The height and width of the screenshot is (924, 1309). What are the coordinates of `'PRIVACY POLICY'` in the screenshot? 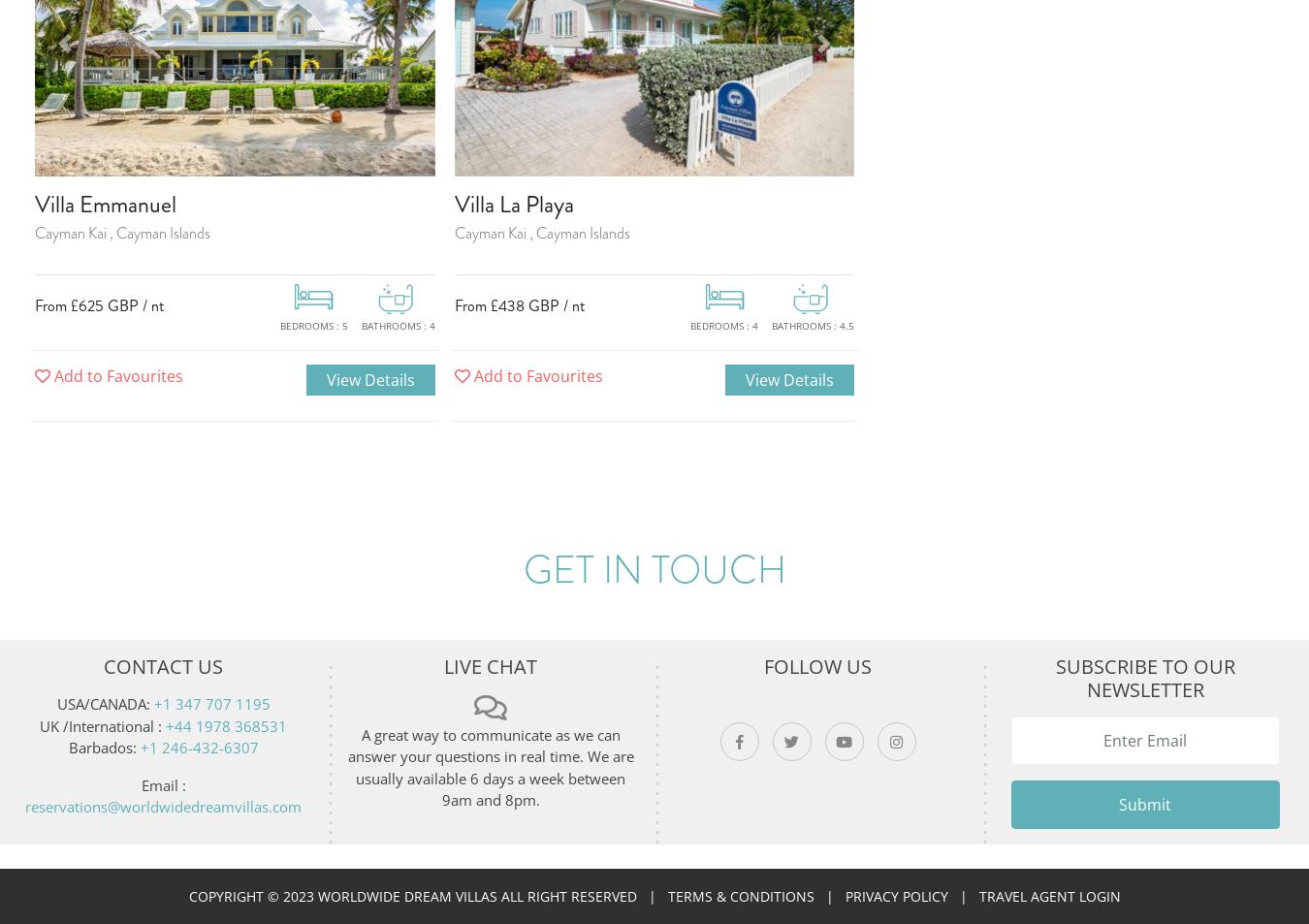 It's located at (845, 896).